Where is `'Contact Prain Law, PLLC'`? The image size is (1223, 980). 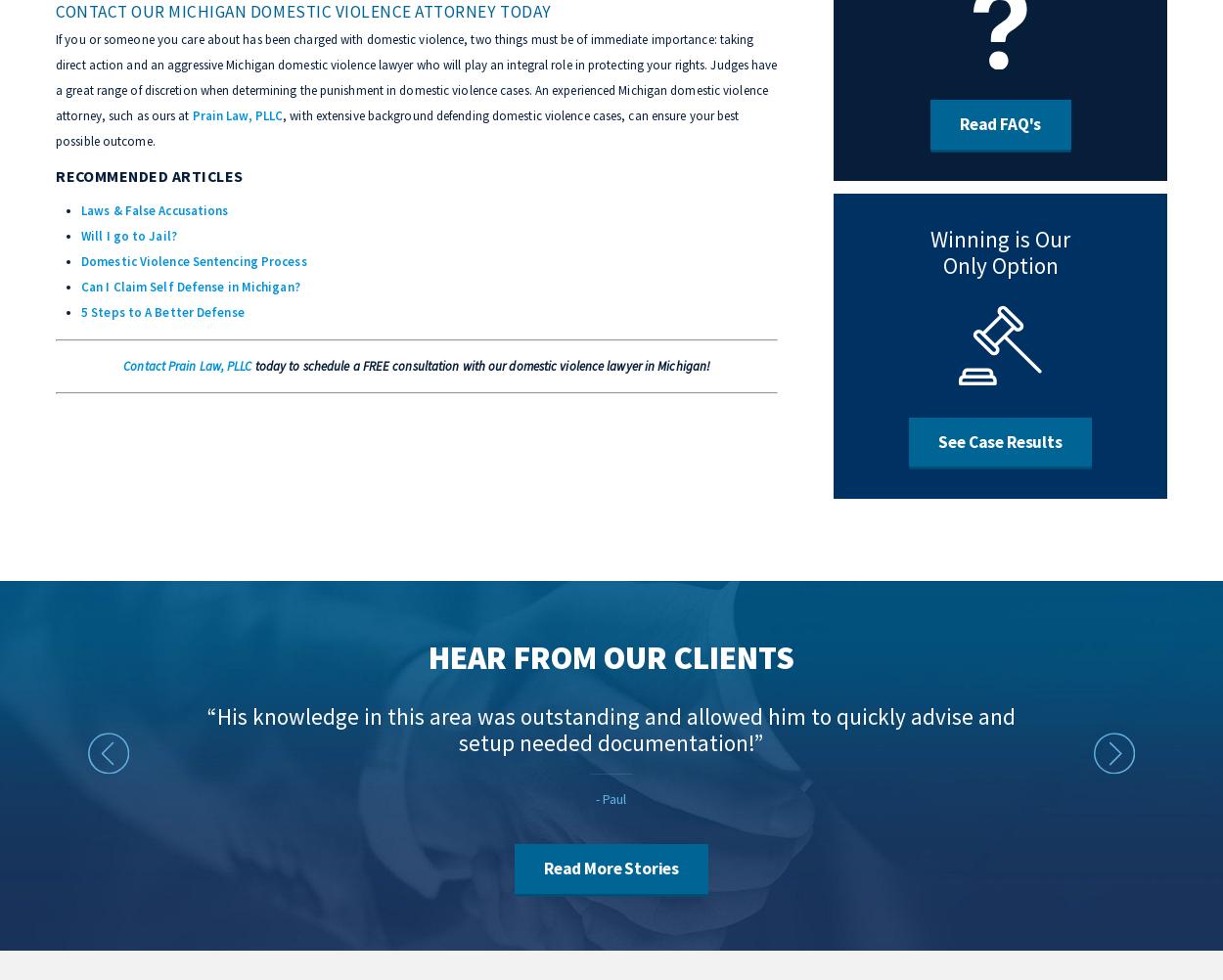
'Contact Prain Law, PLLC' is located at coordinates (186, 365).